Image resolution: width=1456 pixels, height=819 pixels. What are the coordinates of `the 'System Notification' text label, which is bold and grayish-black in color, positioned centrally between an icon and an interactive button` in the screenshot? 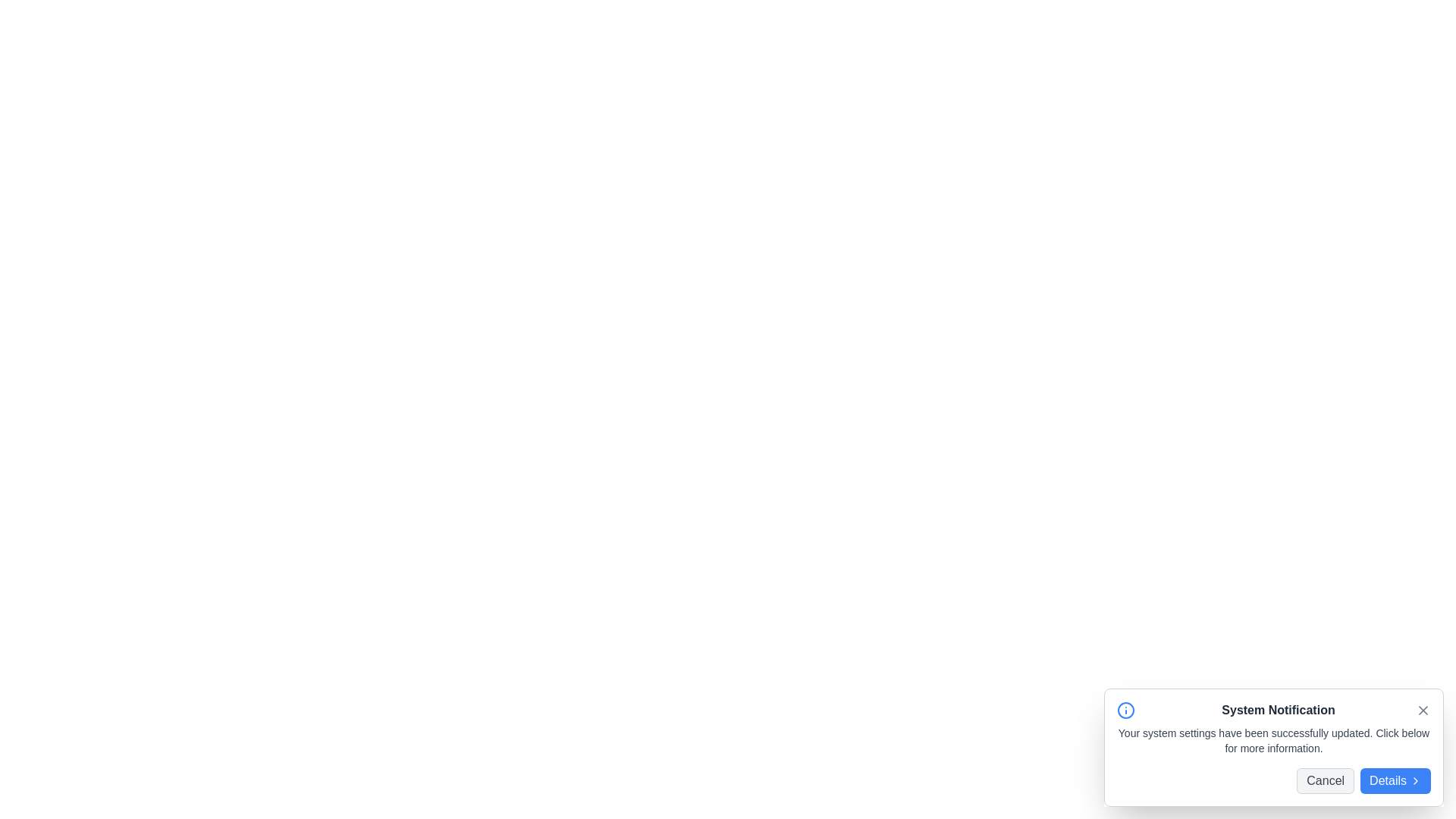 It's located at (1277, 711).